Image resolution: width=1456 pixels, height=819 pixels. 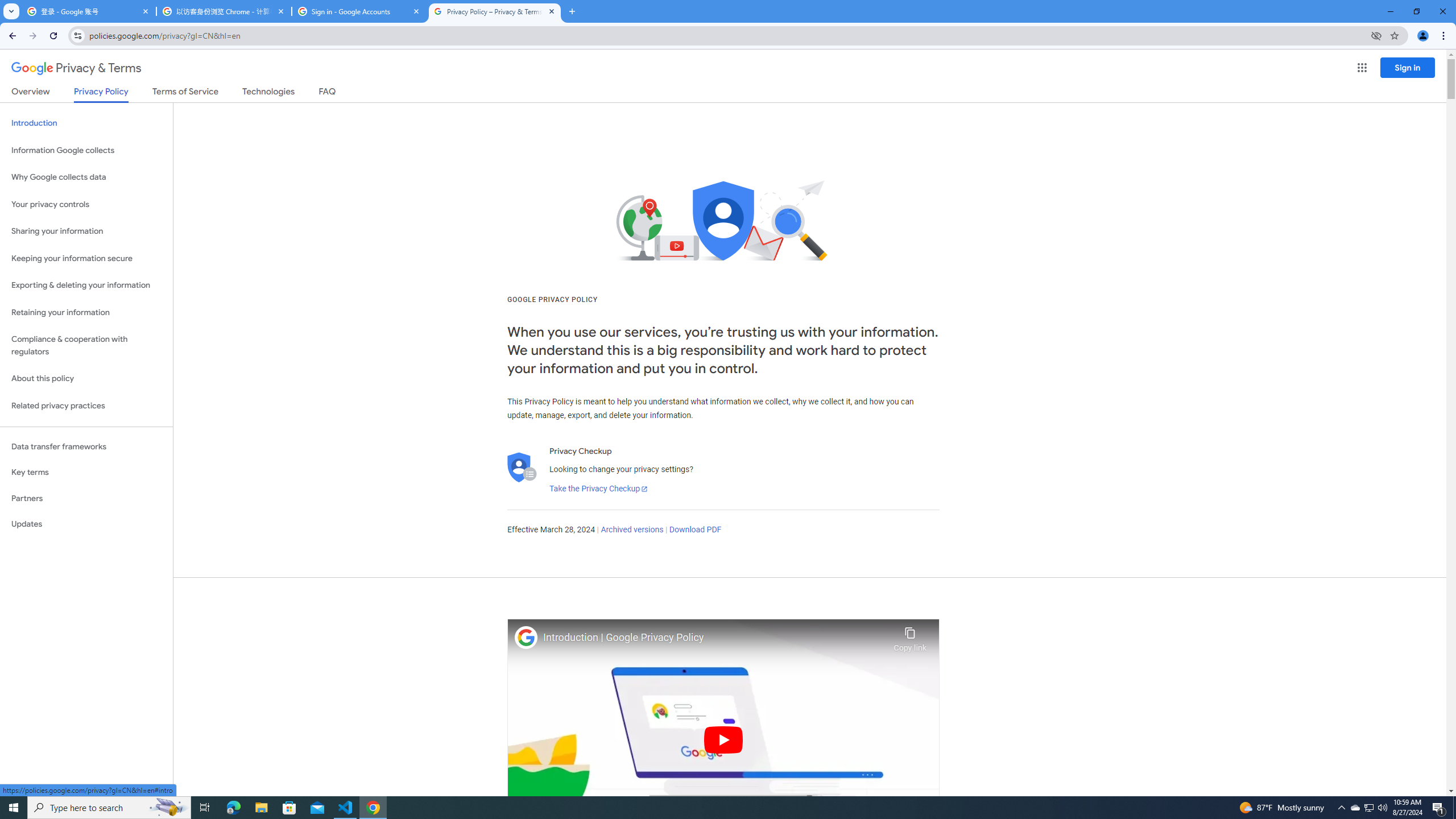 What do you see at coordinates (86, 498) in the screenshot?
I see `'Partners'` at bounding box center [86, 498].